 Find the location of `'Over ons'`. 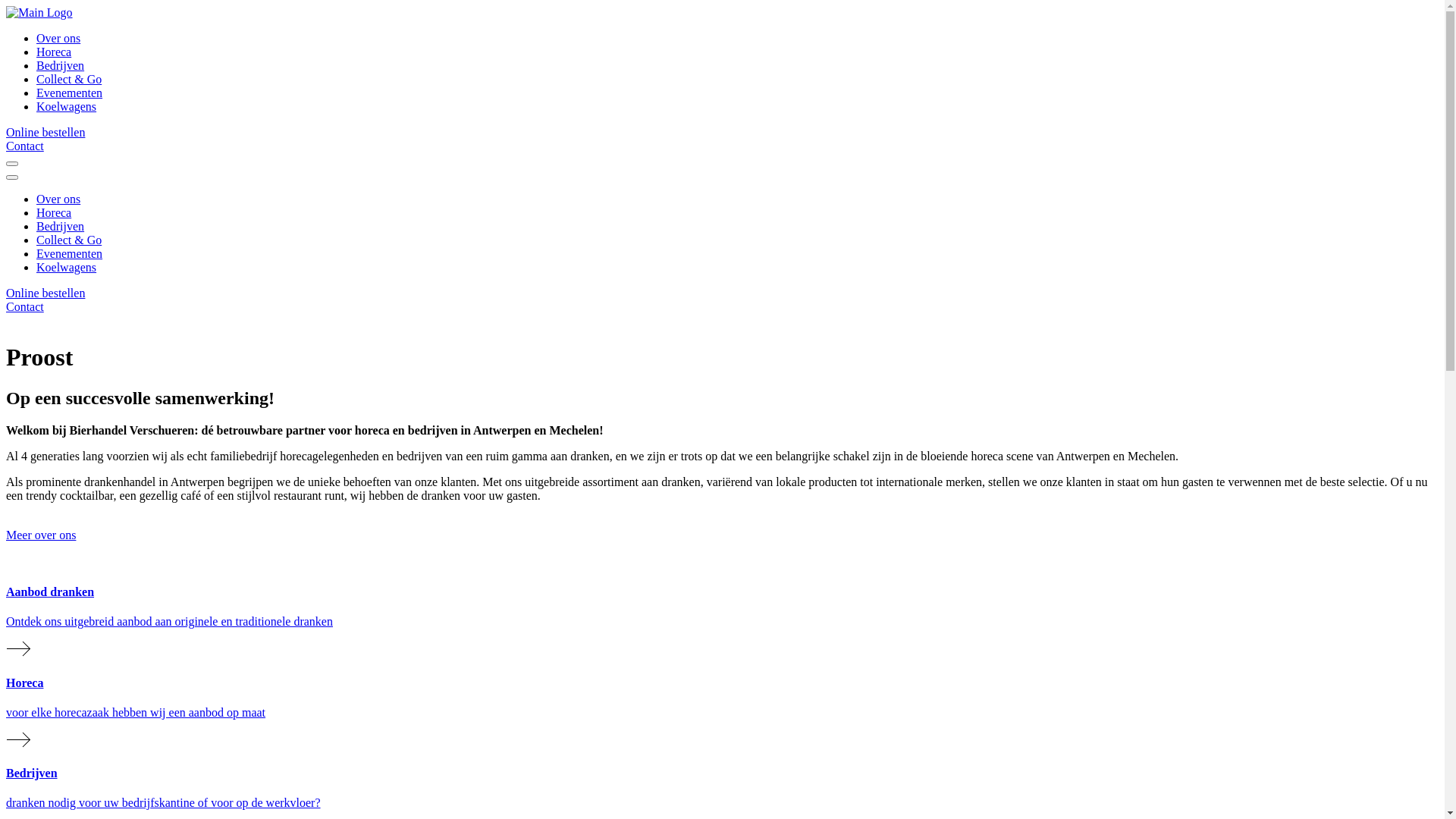

'Over ons' is located at coordinates (58, 37).